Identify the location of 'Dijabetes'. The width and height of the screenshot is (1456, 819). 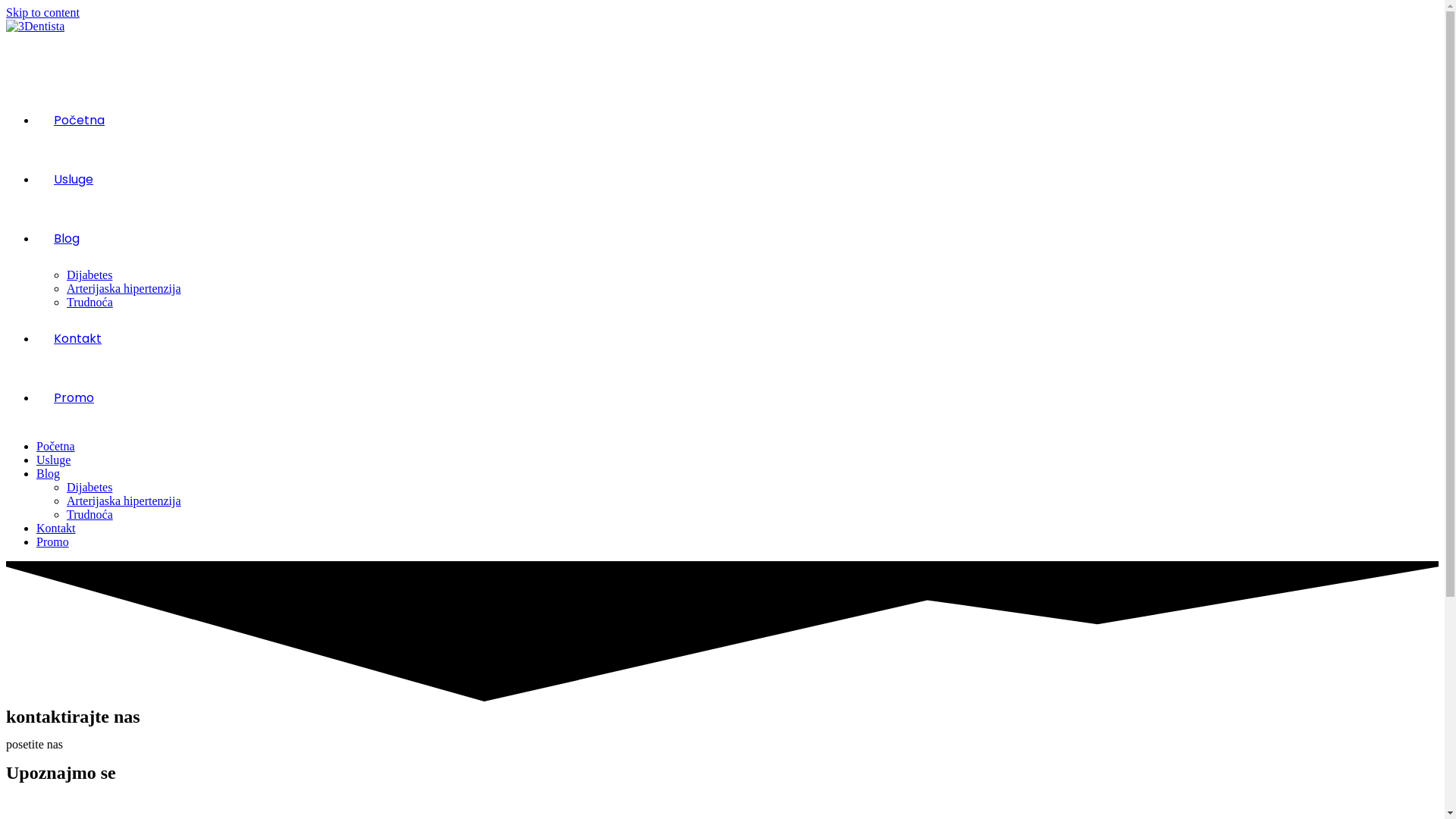
(65, 275).